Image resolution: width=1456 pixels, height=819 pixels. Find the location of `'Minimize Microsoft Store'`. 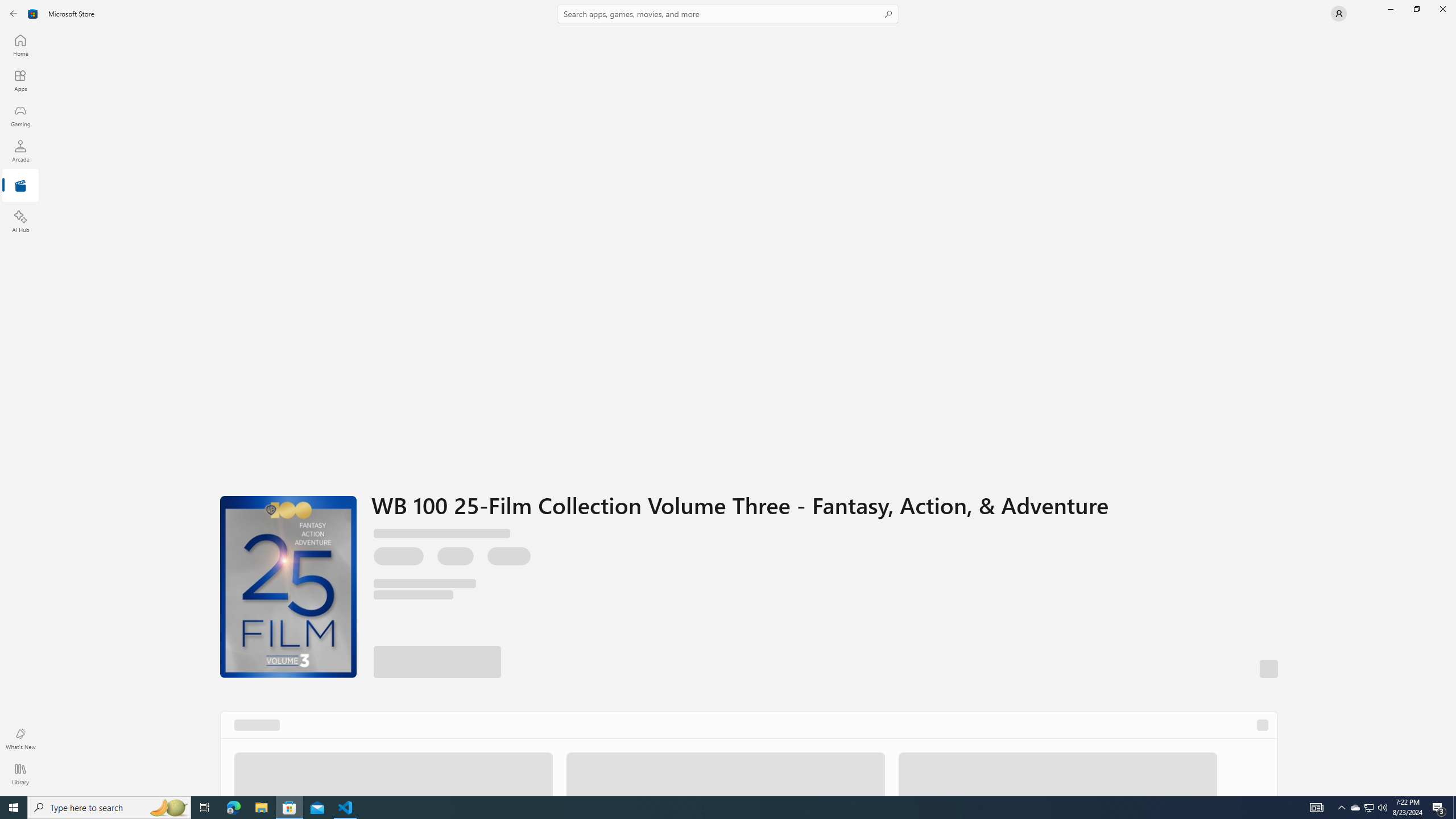

'Minimize Microsoft Store' is located at coordinates (1389, 9).